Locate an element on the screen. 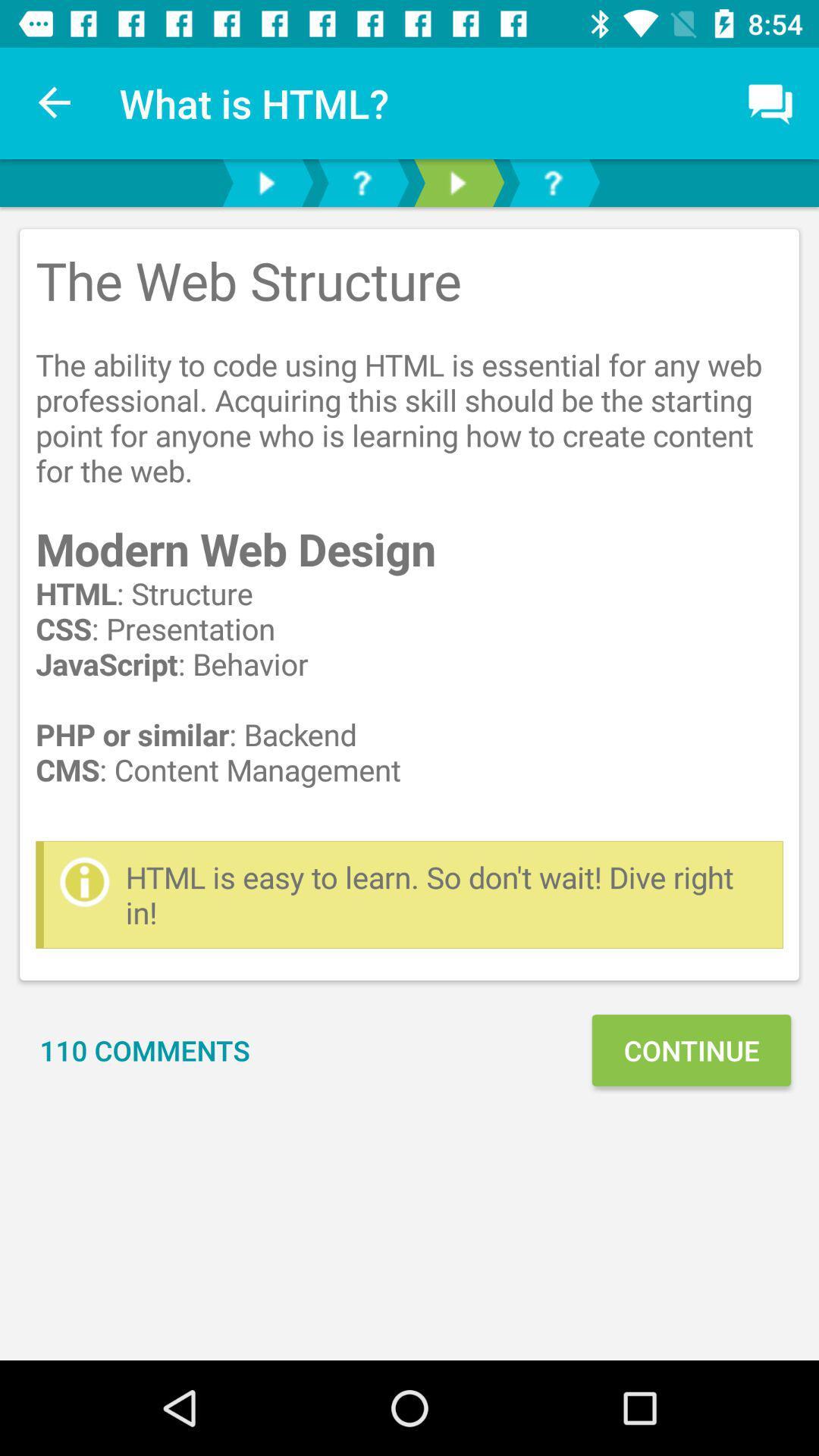 The image size is (819, 1456). comment box which is on top right hand side below notification bar is located at coordinates (771, 103).